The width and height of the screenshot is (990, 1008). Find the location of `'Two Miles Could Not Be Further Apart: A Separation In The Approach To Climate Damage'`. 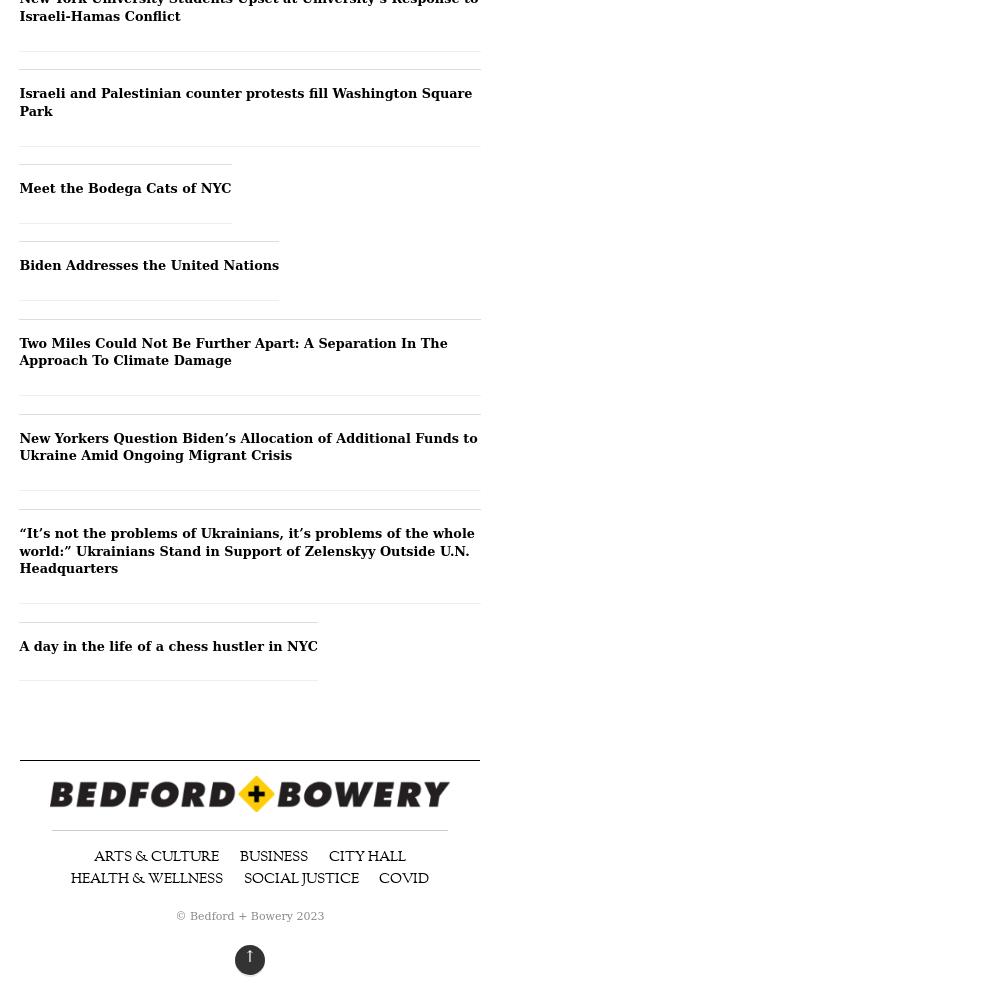

'Two Miles Could Not Be Further Apart: A Separation In The Approach To Climate Damage' is located at coordinates (232, 351).